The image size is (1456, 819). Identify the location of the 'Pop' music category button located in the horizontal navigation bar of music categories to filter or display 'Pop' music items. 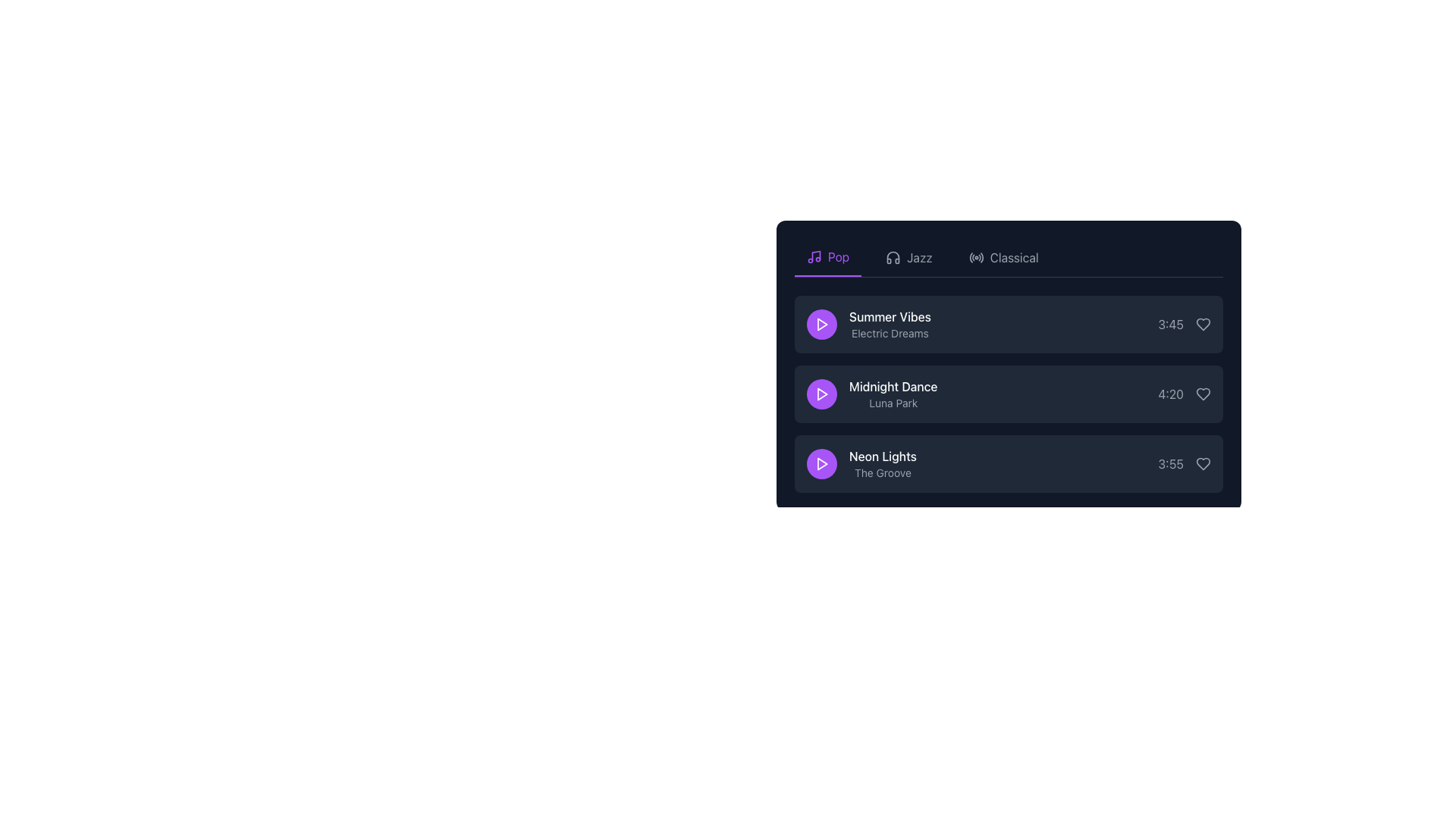
(827, 256).